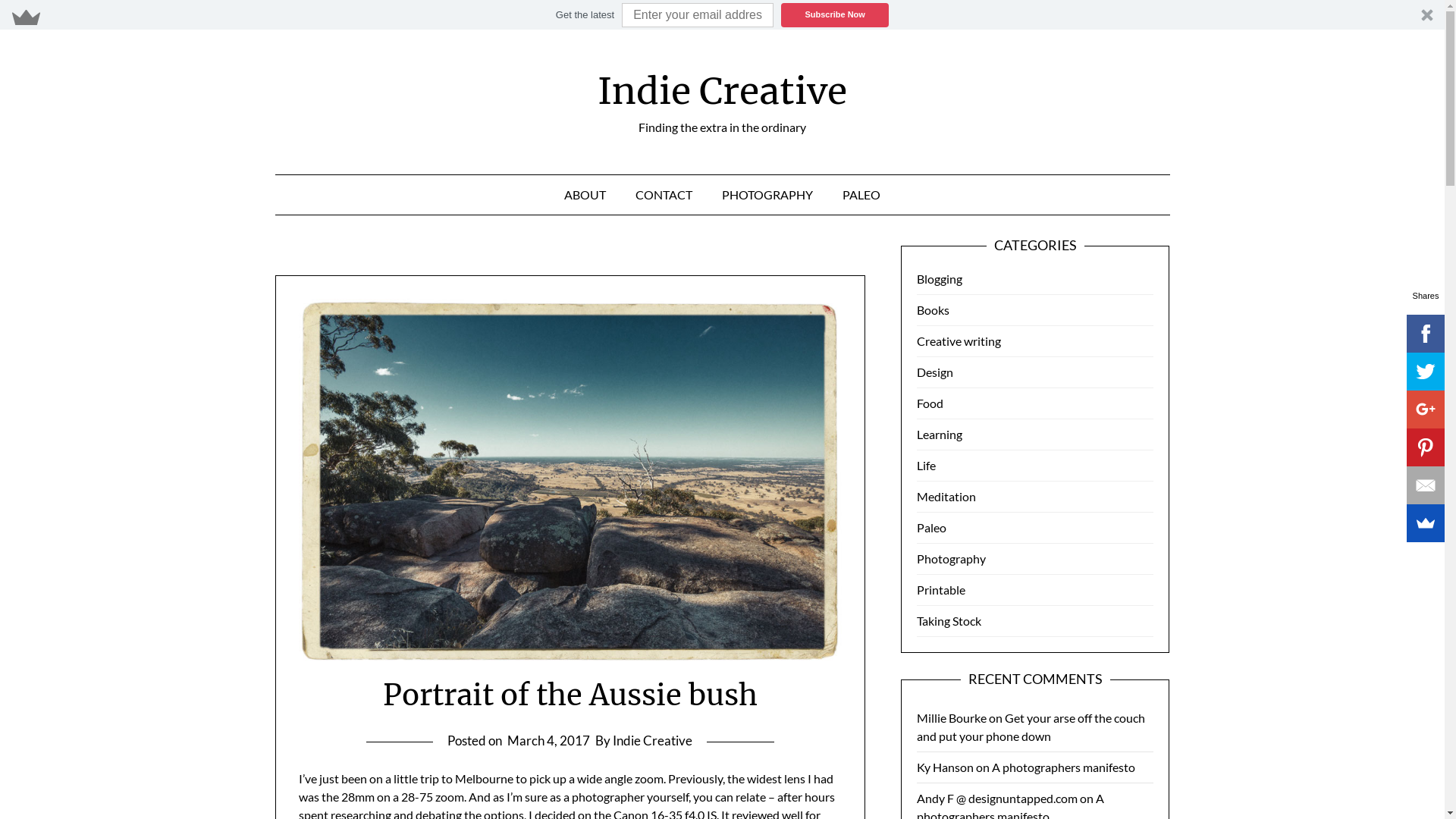 This screenshot has height=819, width=1456. What do you see at coordinates (948, 620) in the screenshot?
I see `'Taking Stock'` at bounding box center [948, 620].